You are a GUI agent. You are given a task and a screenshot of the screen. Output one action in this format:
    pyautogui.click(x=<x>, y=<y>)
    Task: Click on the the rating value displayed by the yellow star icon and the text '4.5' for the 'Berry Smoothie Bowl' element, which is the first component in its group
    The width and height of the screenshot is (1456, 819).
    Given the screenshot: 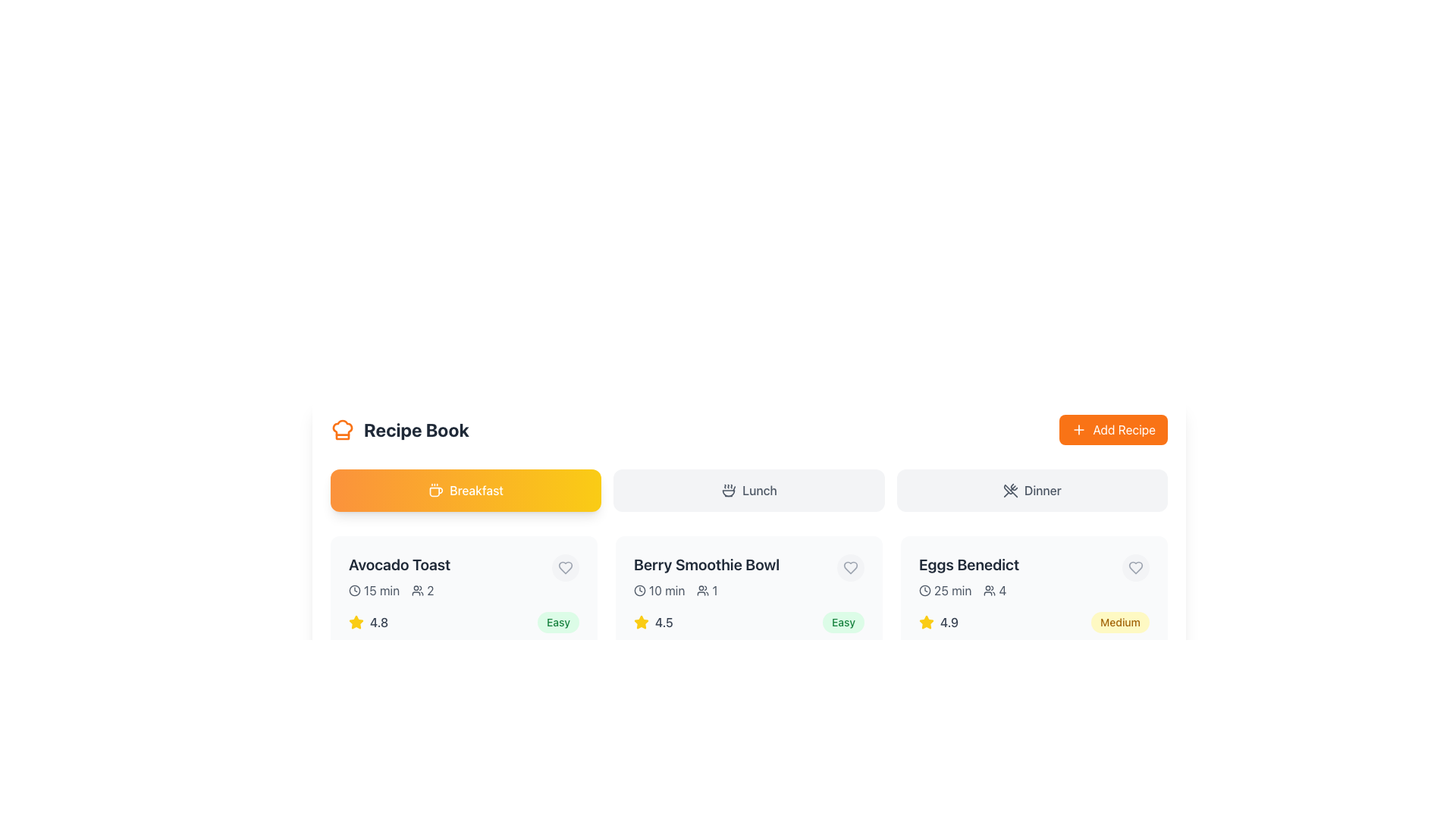 What is the action you would take?
    pyautogui.click(x=653, y=623)
    